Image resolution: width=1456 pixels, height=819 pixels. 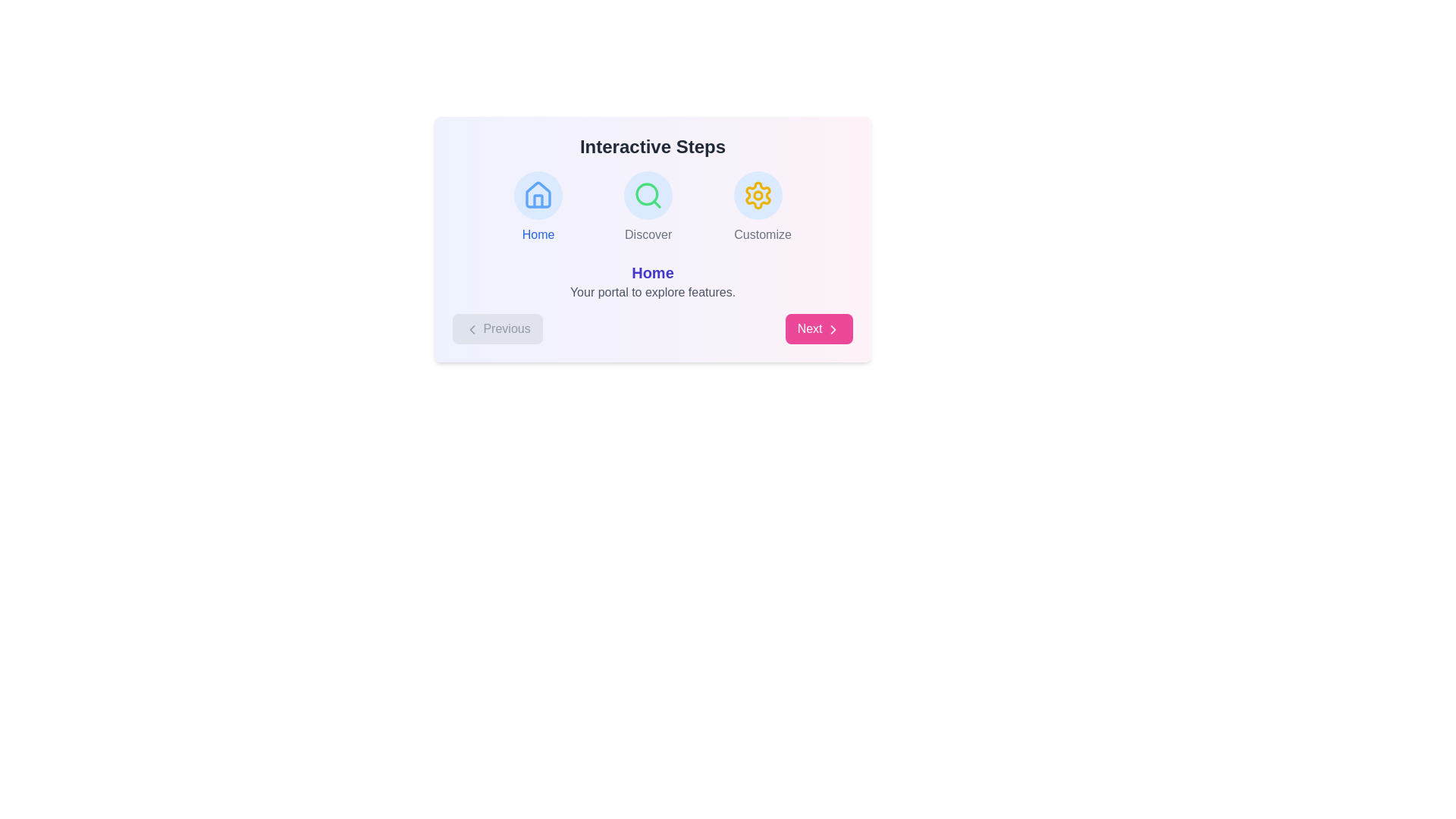 I want to click on the right-pointing Chevron arrow icon within the pink 'Next' button located at the bottom right of the dialog to indicate continuation or progression in the sequence, so click(x=833, y=328).